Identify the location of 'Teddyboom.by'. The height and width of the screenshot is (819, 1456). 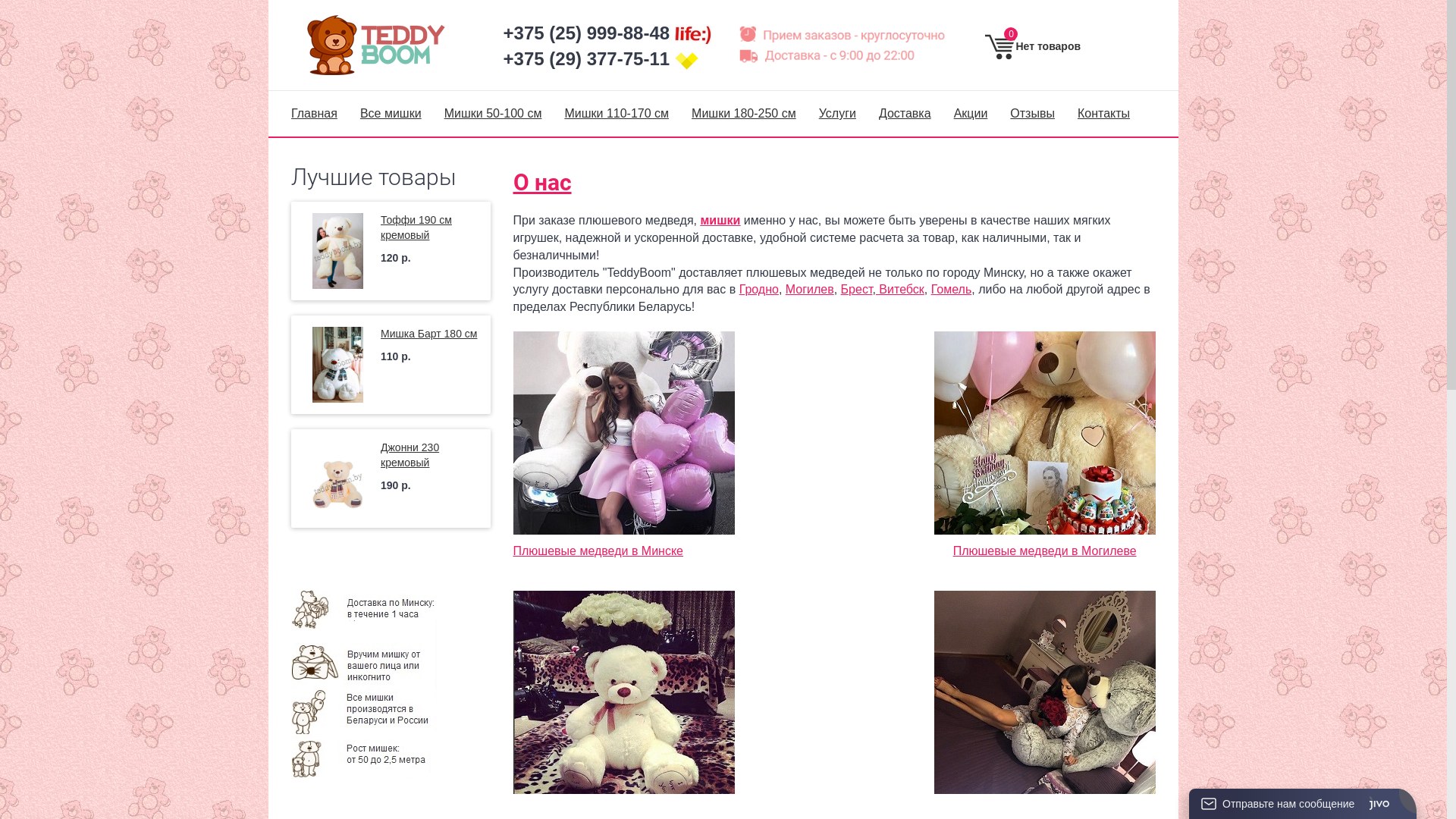
(303, 44).